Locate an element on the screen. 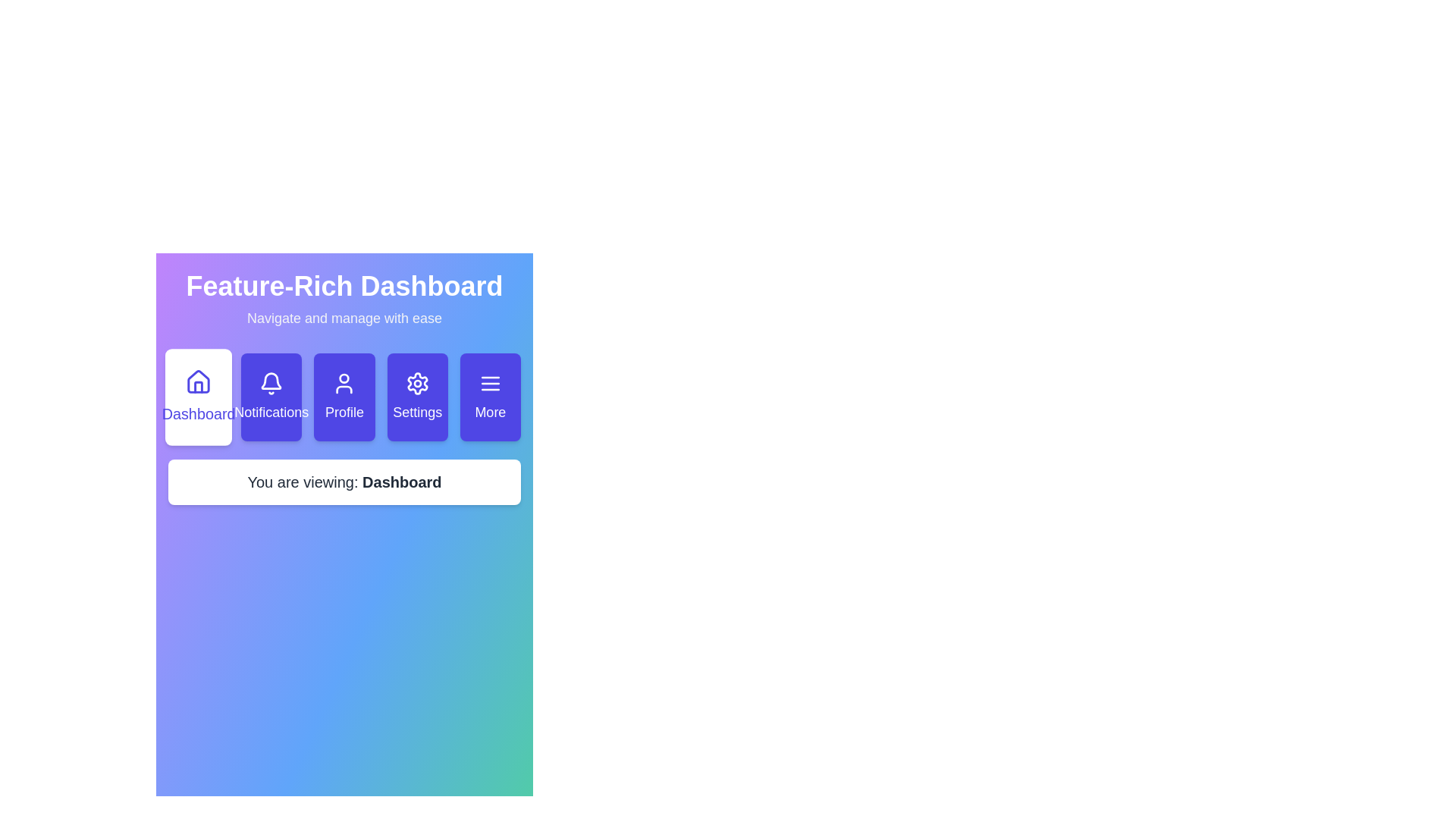 This screenshot has height=819, width=1456. the settings icon located centrally within the 'Settings' button, which is slightly above the text label 'Settings' is located at coordinates (417, 382).